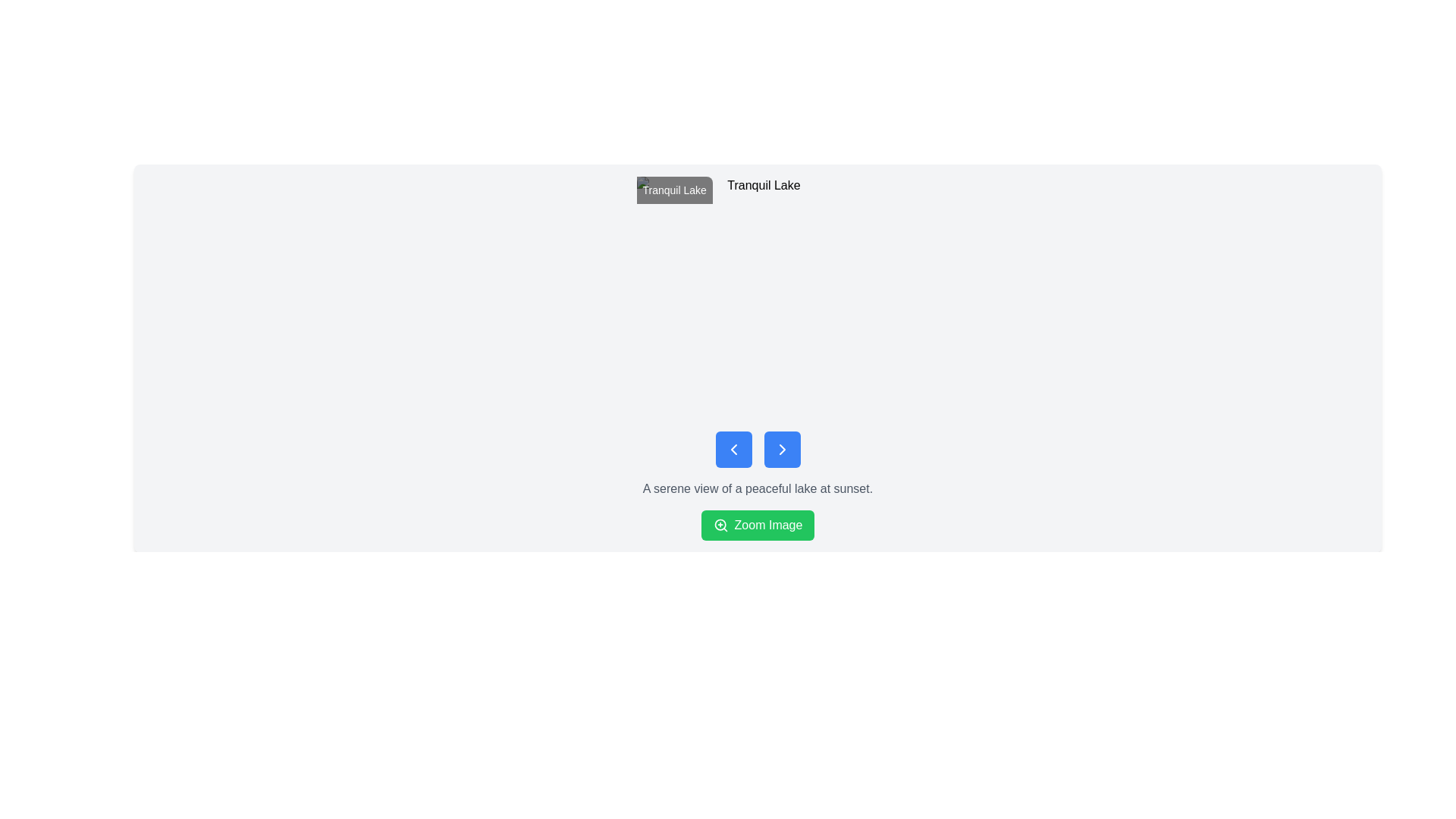  I want to click on the right-pointing chevron button, which is a blue square with rounded corners located at the center-bottom of the interface, so click(782, 449).